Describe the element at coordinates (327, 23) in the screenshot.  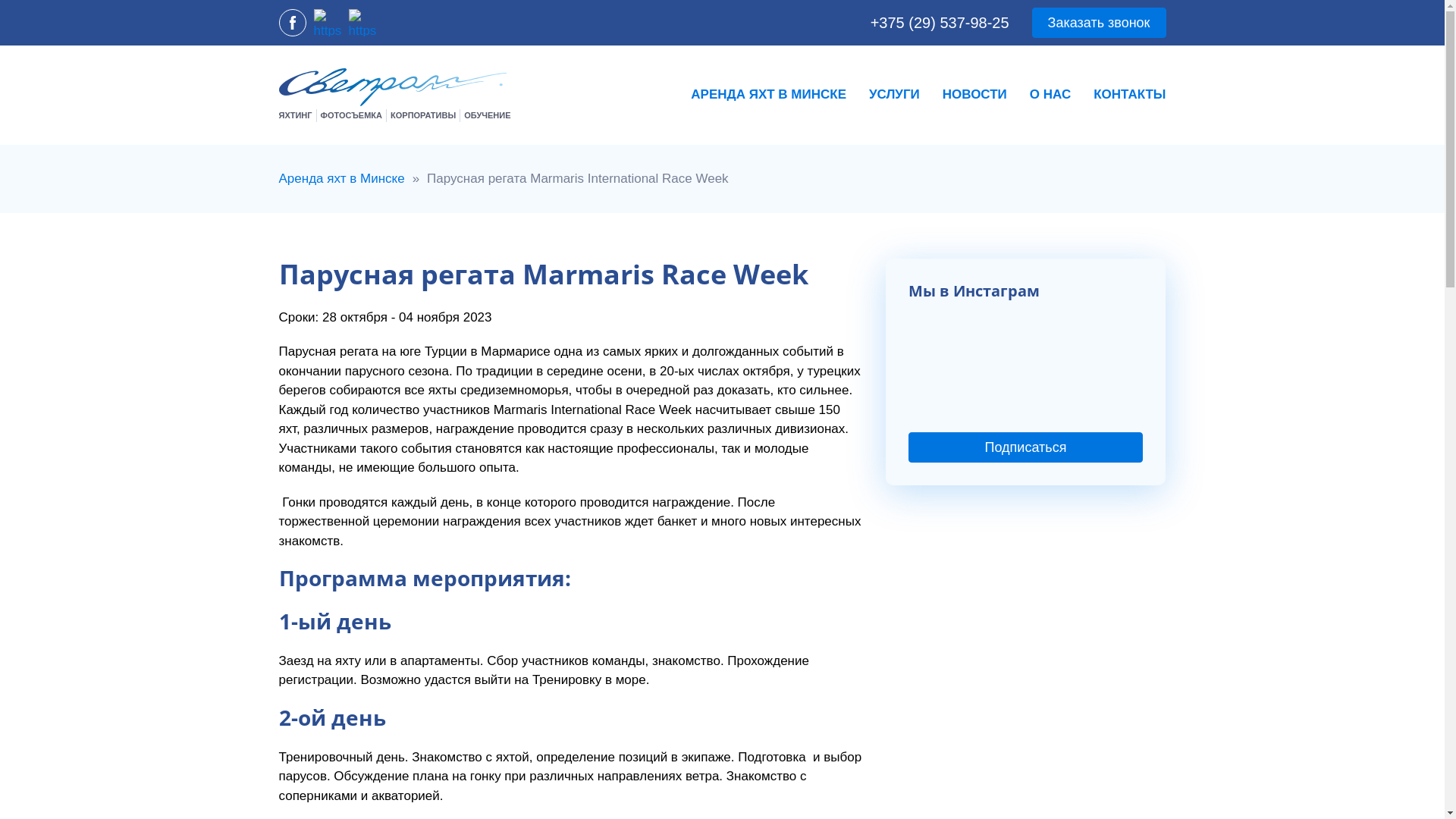
I see `'https://www.instagram.com/svetromby'` at that location.